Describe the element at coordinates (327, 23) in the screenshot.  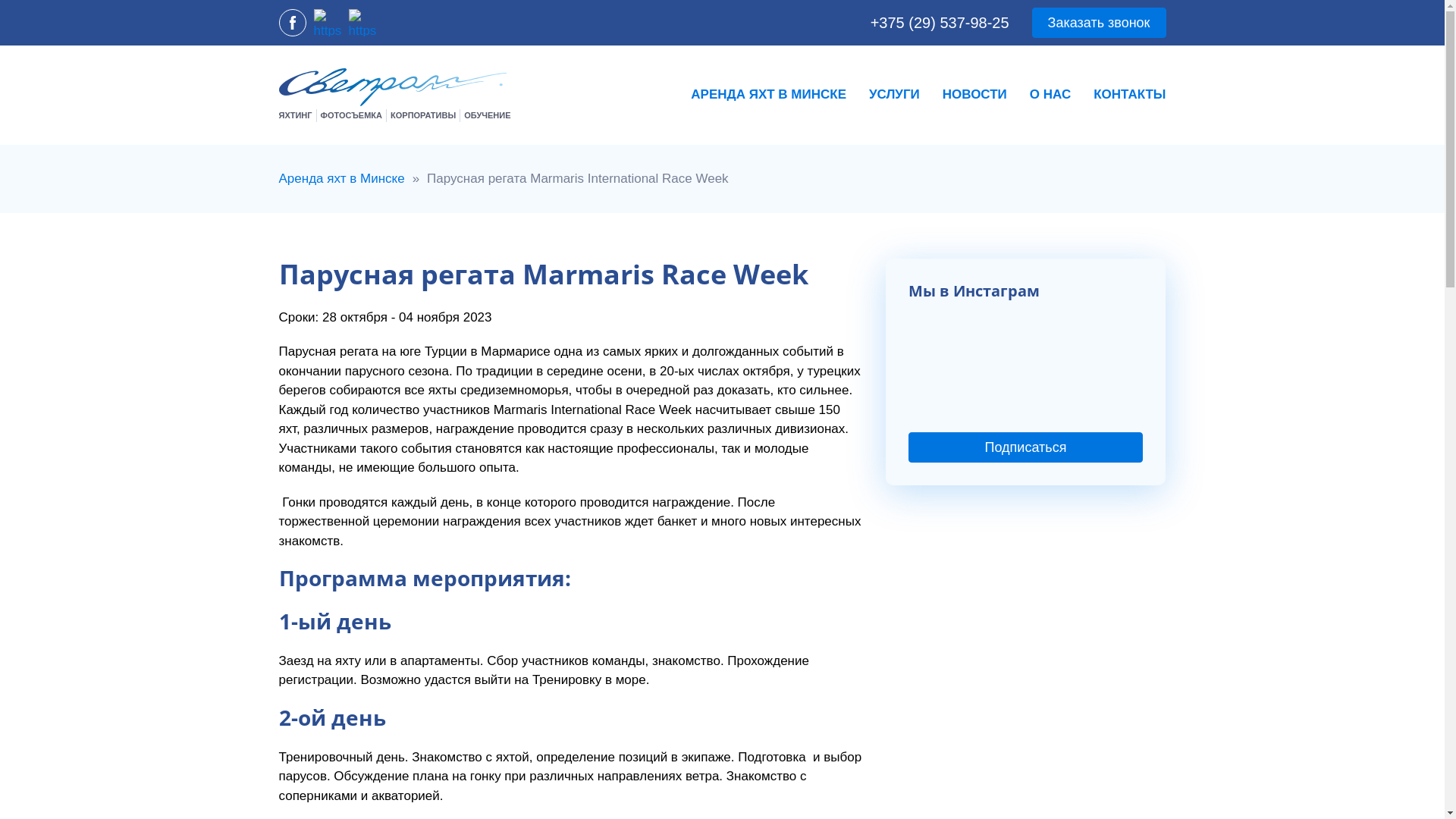
I see `'https://www.instagram.com/svetromby'` at that location.